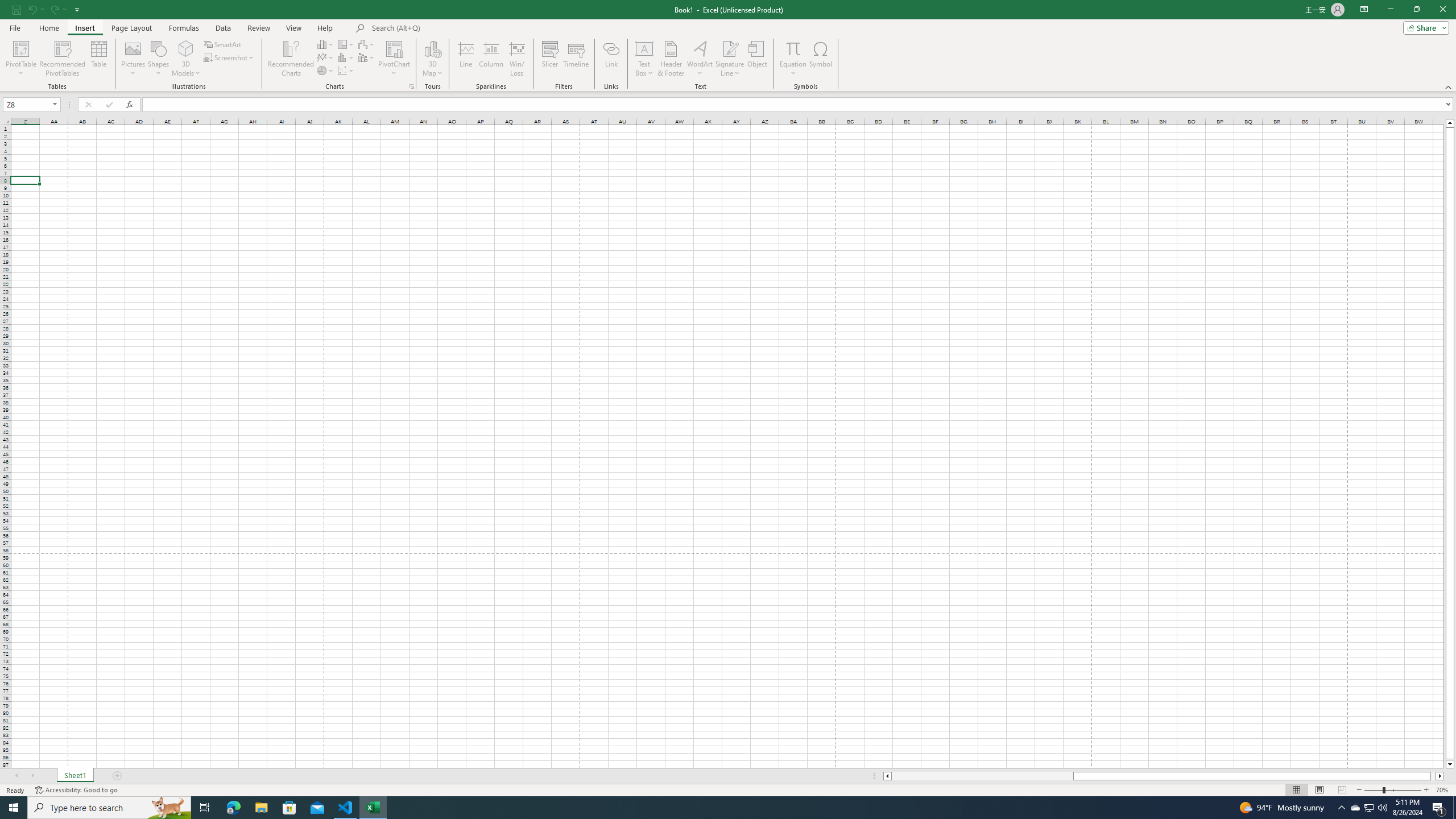  Describe the element at coordinates (821, 59) in the screenshot. I see `'Symbol...'` at that location.